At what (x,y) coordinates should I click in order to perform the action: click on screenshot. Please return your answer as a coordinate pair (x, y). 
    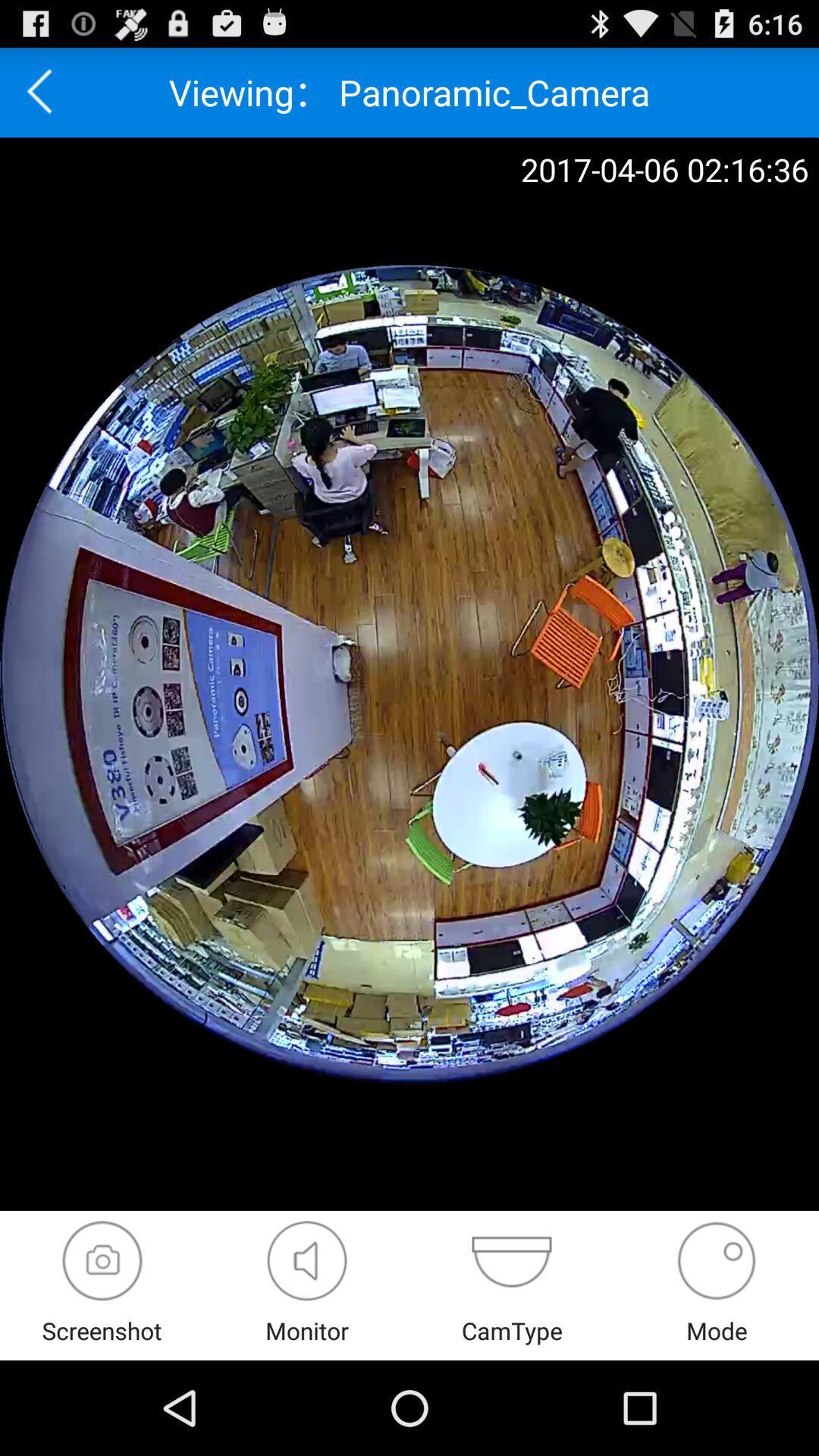
    Looking at the image, I should click on (102, 1260).